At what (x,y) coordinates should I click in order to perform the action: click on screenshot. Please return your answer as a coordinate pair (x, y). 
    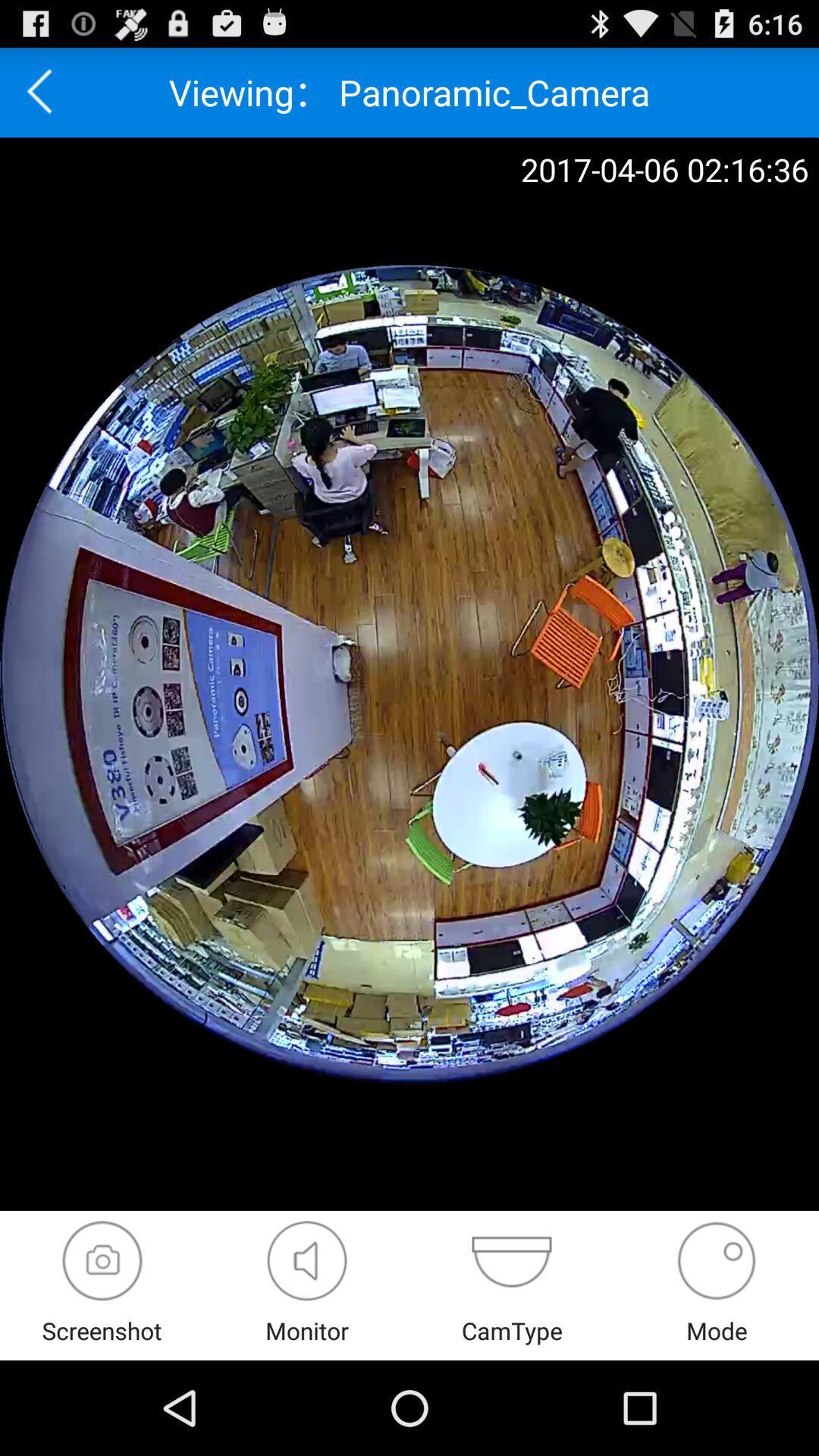
    Looking at the image, I should click on (102, 1260).